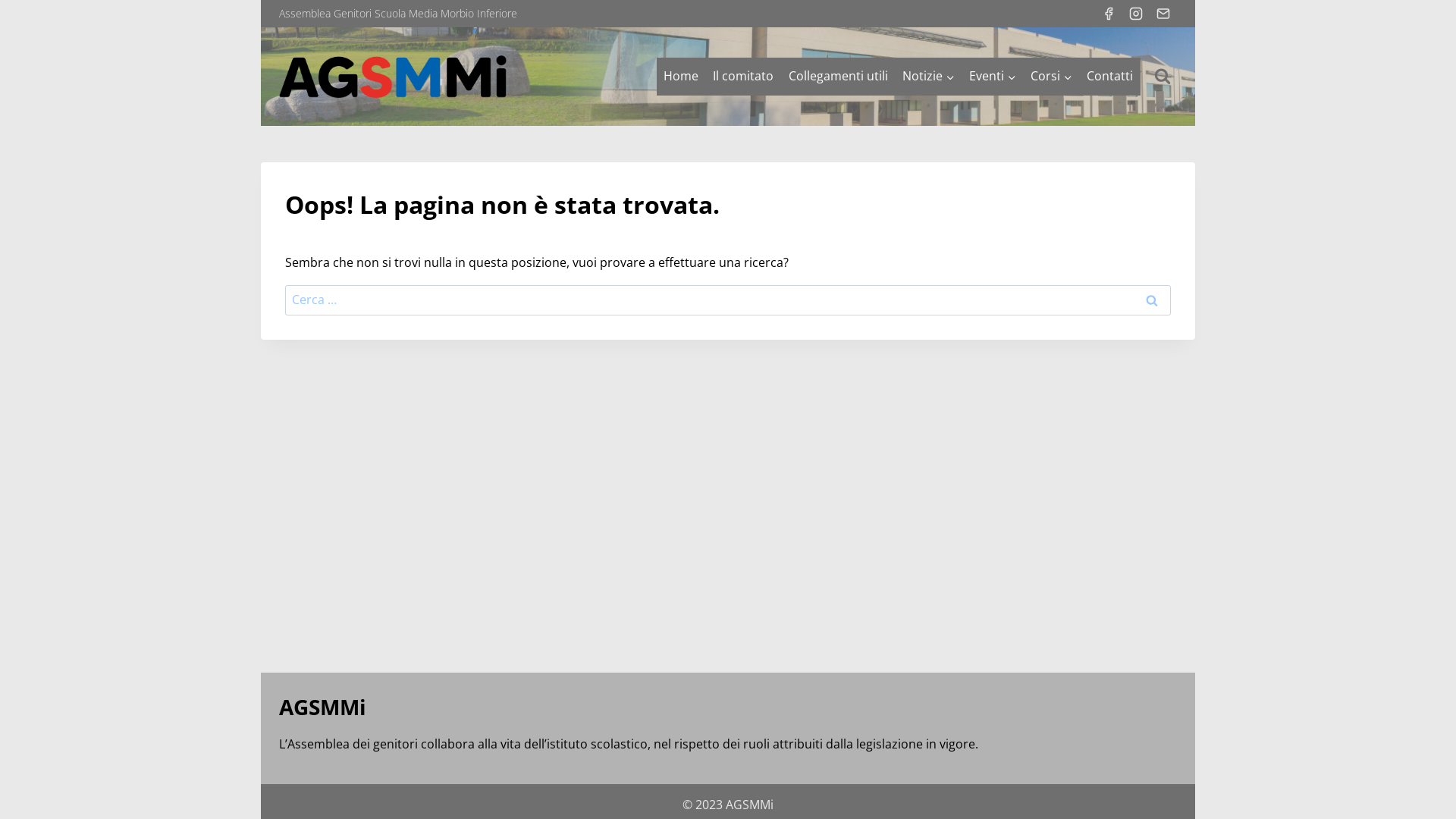 Image resolution: width=1456 pixels, height=819 pixels. I want to click on 'Notizie', so click(927, 76).